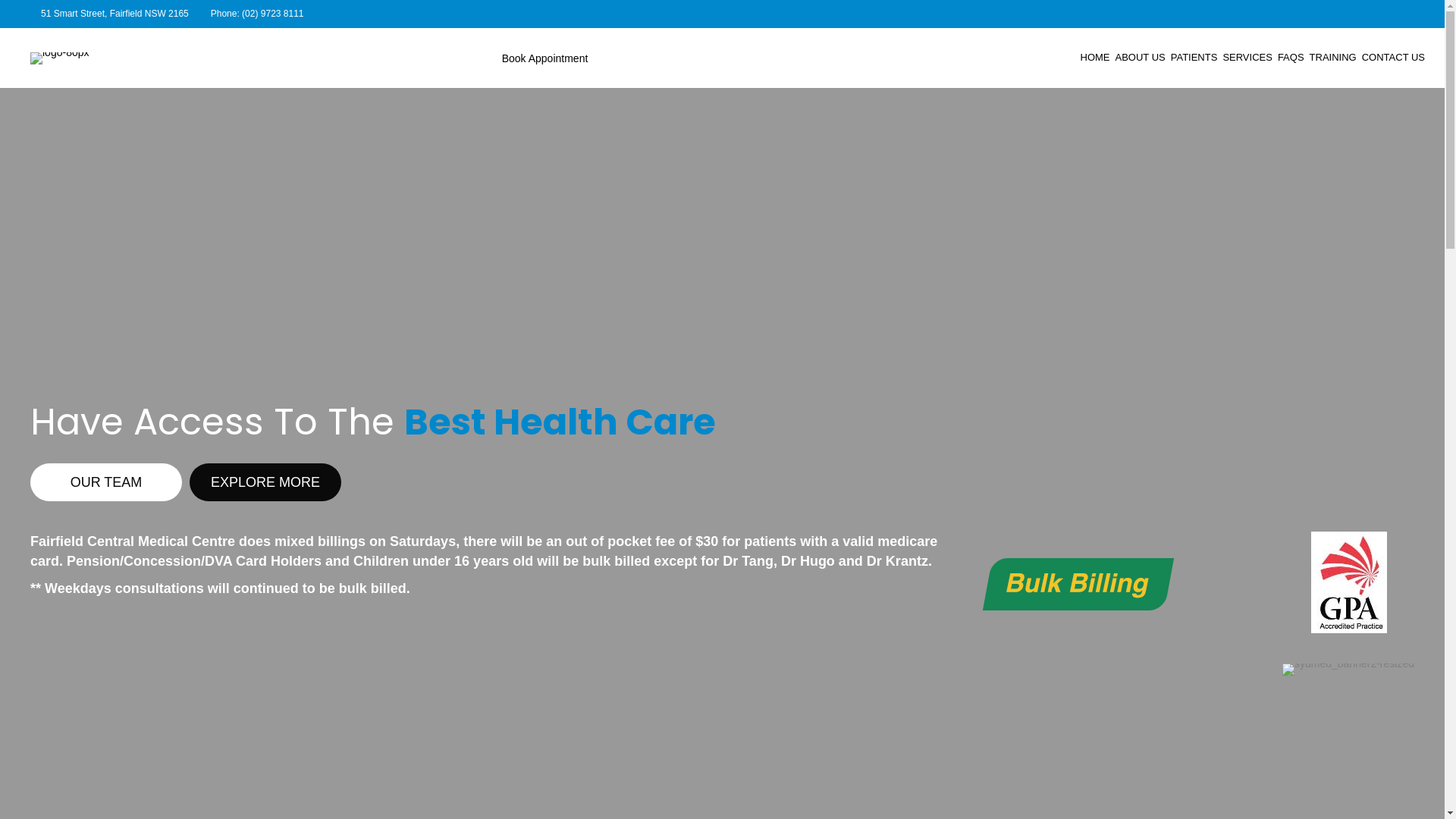 Image resolution: width=1456 pixels, height=819 pixels. I want to click on 'ABOUT US', so click(1114, 57).